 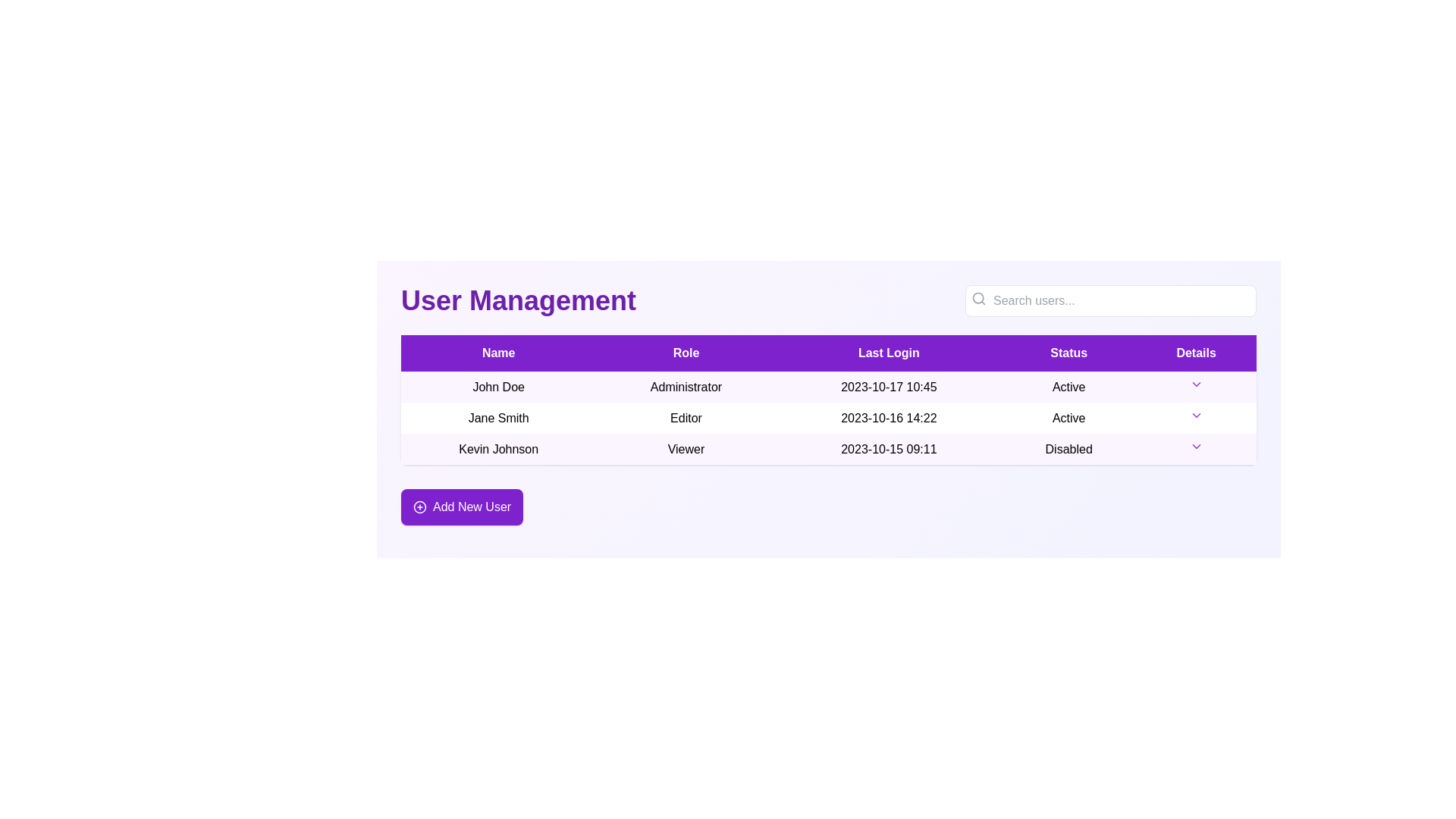 I want to click on the SVG Circle Element that is part of the search icon group located at the top-right corner of the interface, adjacent to the search box with placeholder text 'Search users...', so click(x=978, y=298).